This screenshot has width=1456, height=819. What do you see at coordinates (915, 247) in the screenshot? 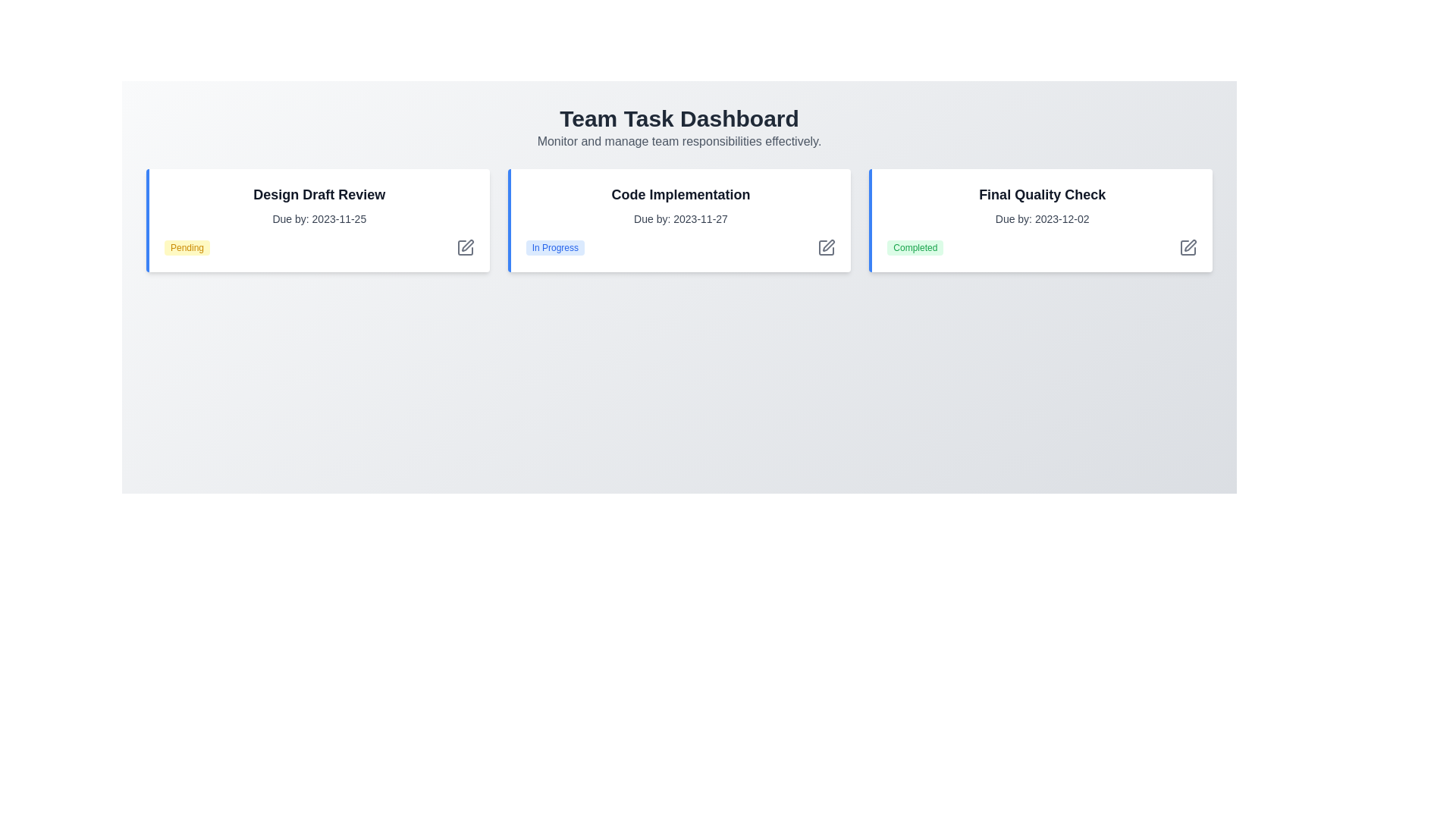
I see `the 'Completed' label with a green background located in the 'Final Quality Check' card, positioned to the left of the pencil-shaped edit icon` at bounding box center [915, 247].